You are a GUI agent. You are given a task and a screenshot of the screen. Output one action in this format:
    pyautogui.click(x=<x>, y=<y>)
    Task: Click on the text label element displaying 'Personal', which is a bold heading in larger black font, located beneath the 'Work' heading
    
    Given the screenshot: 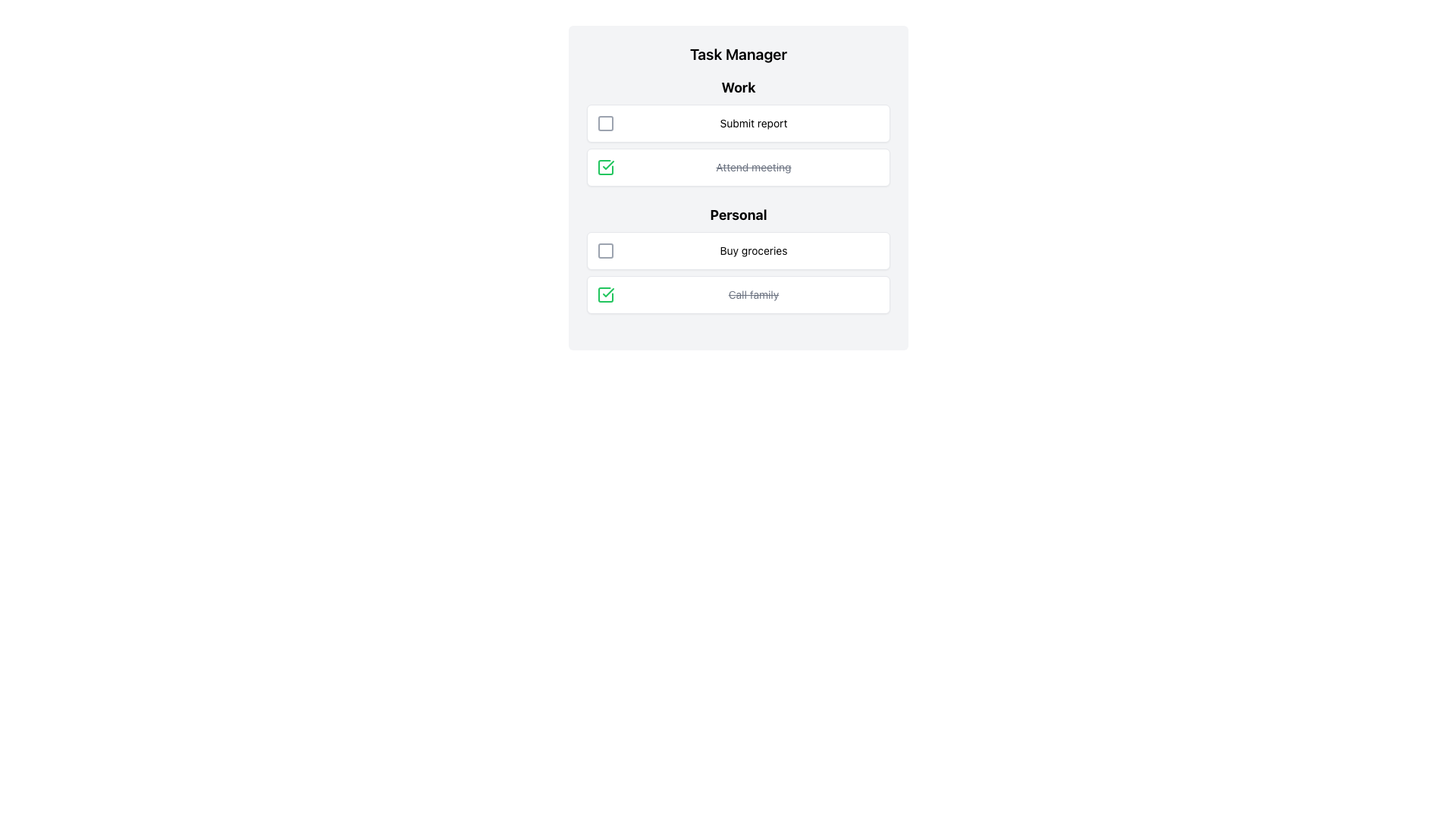 What is the action you would take?
    pyautogui.click(x=739, y=215)
    